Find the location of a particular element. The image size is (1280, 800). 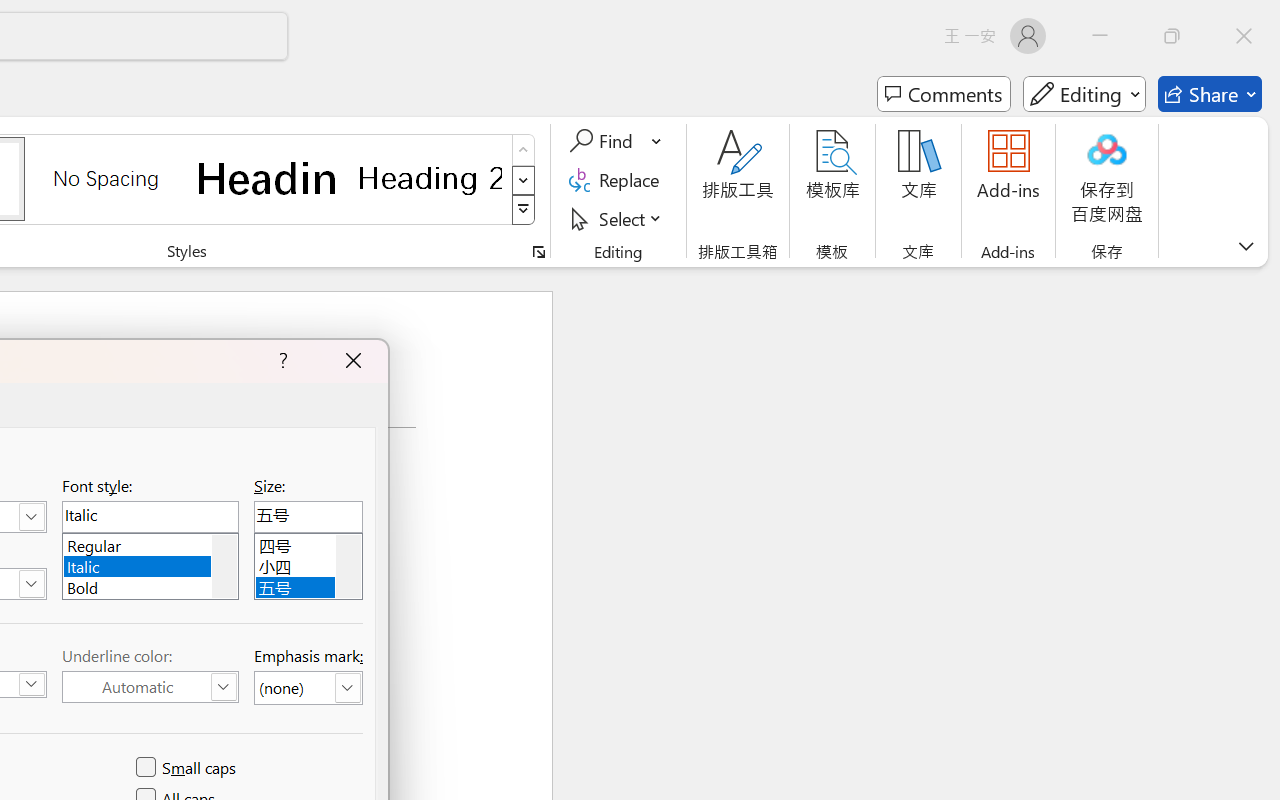

'Bold' is located at coordinates (149, 584).